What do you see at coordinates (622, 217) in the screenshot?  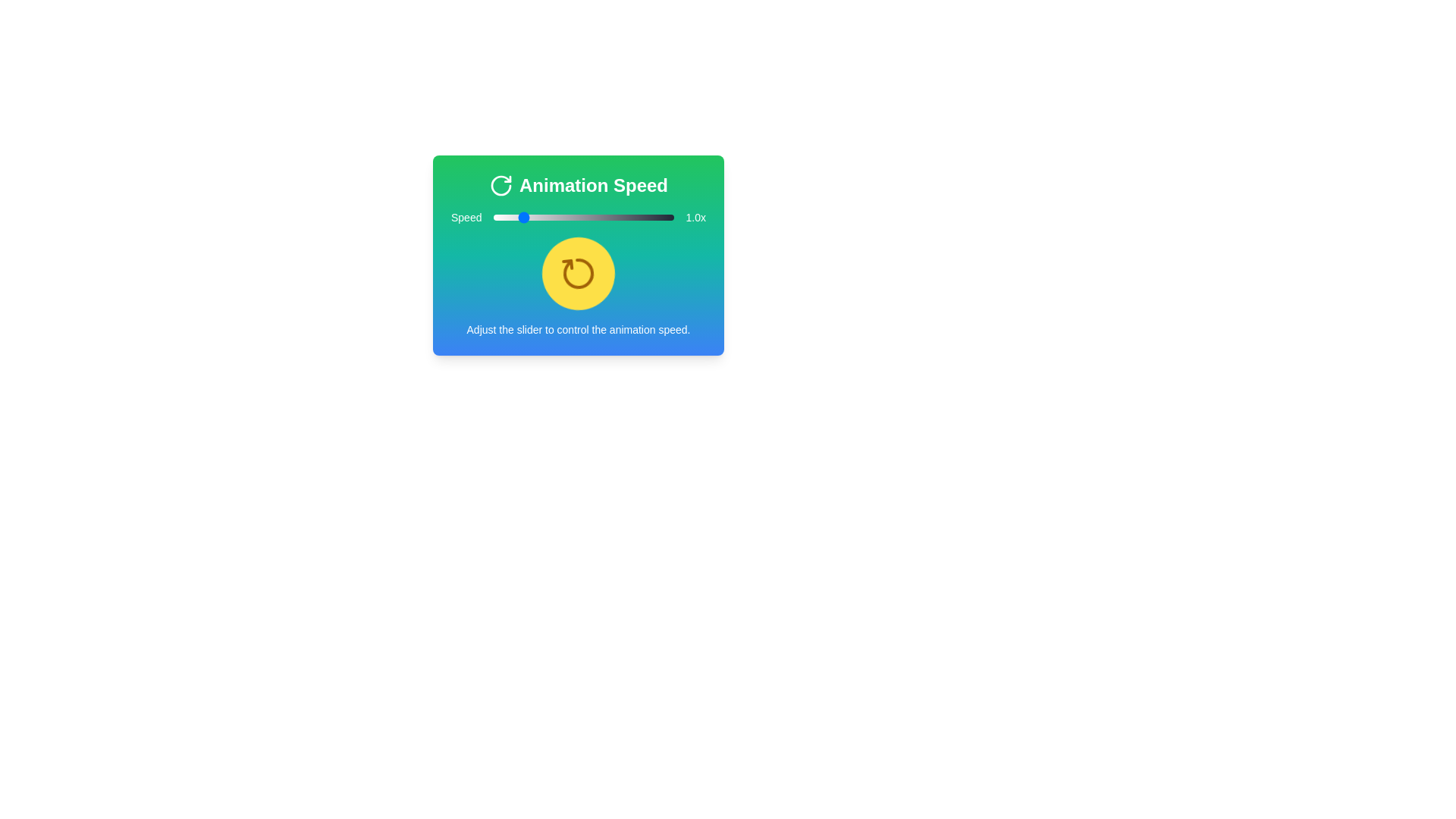 I see `the animation speed slider to set the speed to 3` at bounding box center [622, 217].